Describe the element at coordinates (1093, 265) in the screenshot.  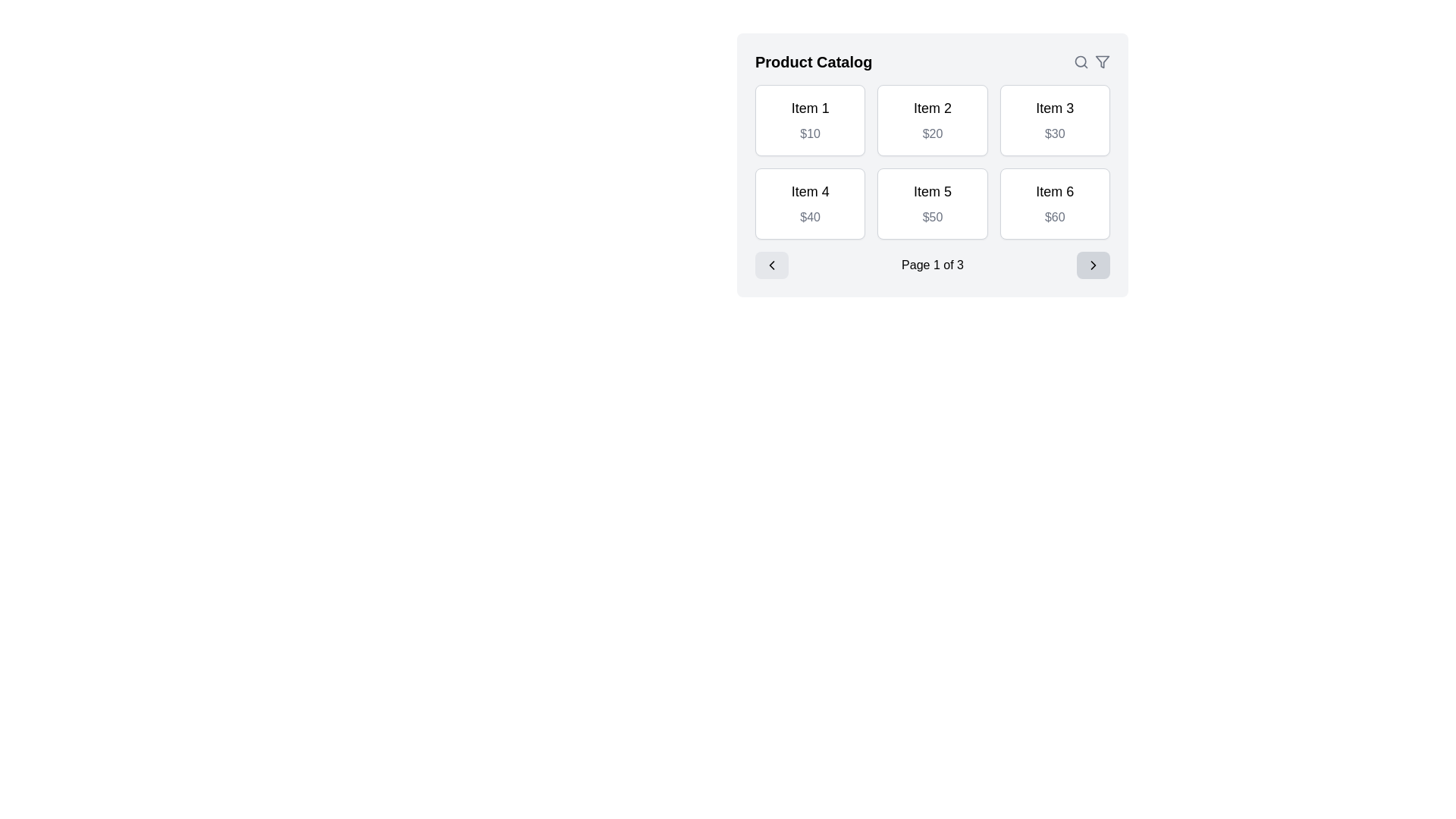
I see `the small right-facing chevron icon, which is black and part of an SVG element, located at the bottom-right corner of the interface` at that location.